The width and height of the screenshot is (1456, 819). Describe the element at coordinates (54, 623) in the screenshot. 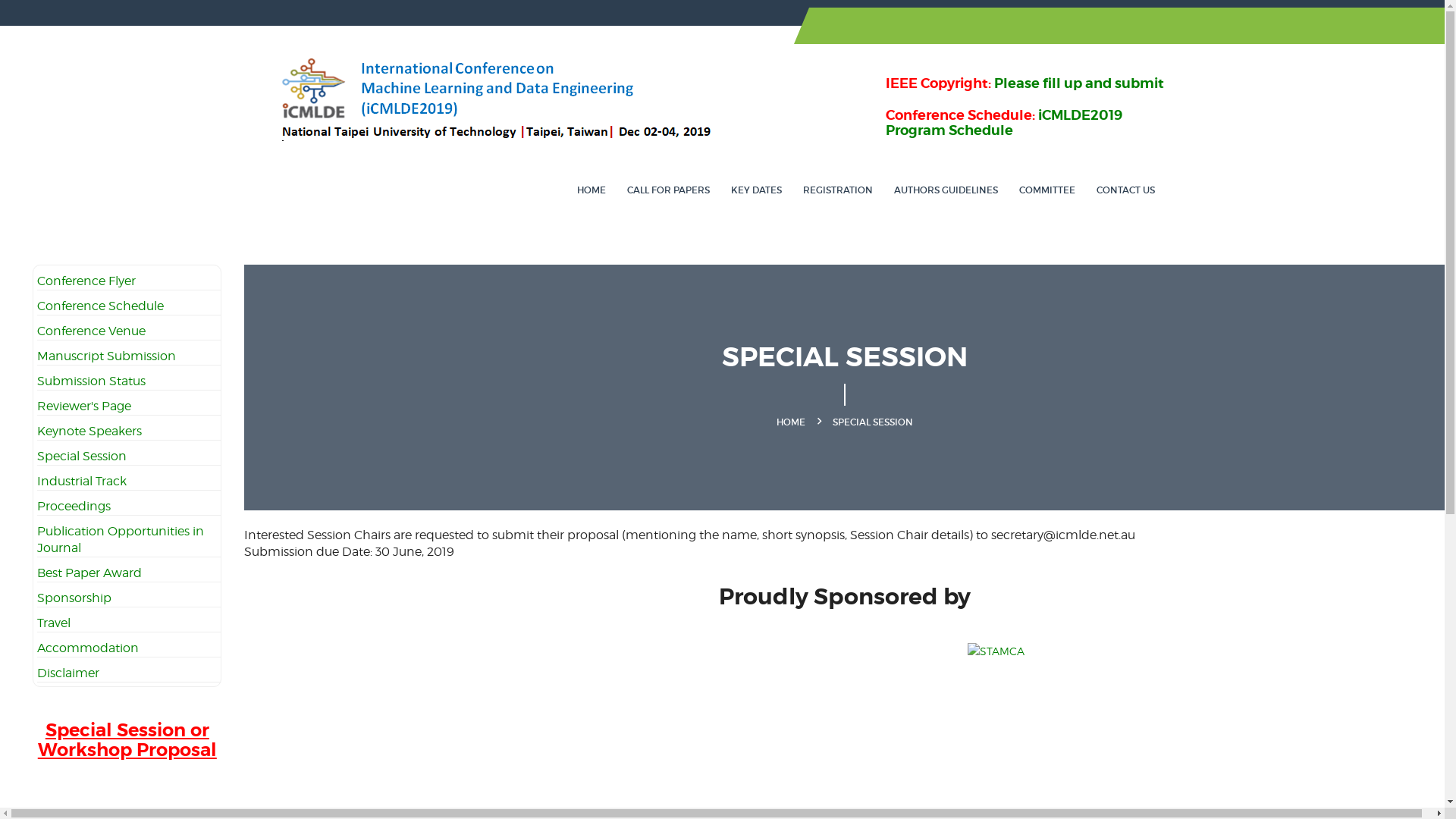

I see `'Travel'` at that location.